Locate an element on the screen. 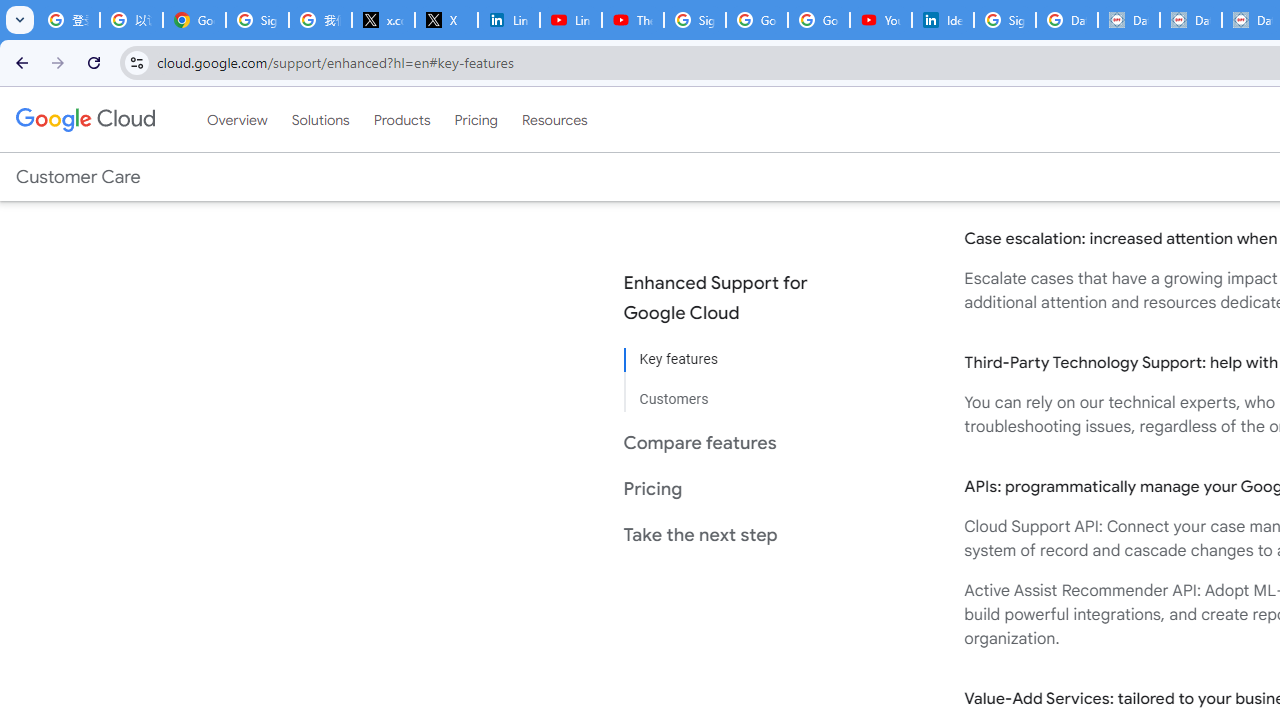 Image resolution: width=1280 pixels, height=720 pixels. 'Google Cloud' is located at coordinates (84, 119).